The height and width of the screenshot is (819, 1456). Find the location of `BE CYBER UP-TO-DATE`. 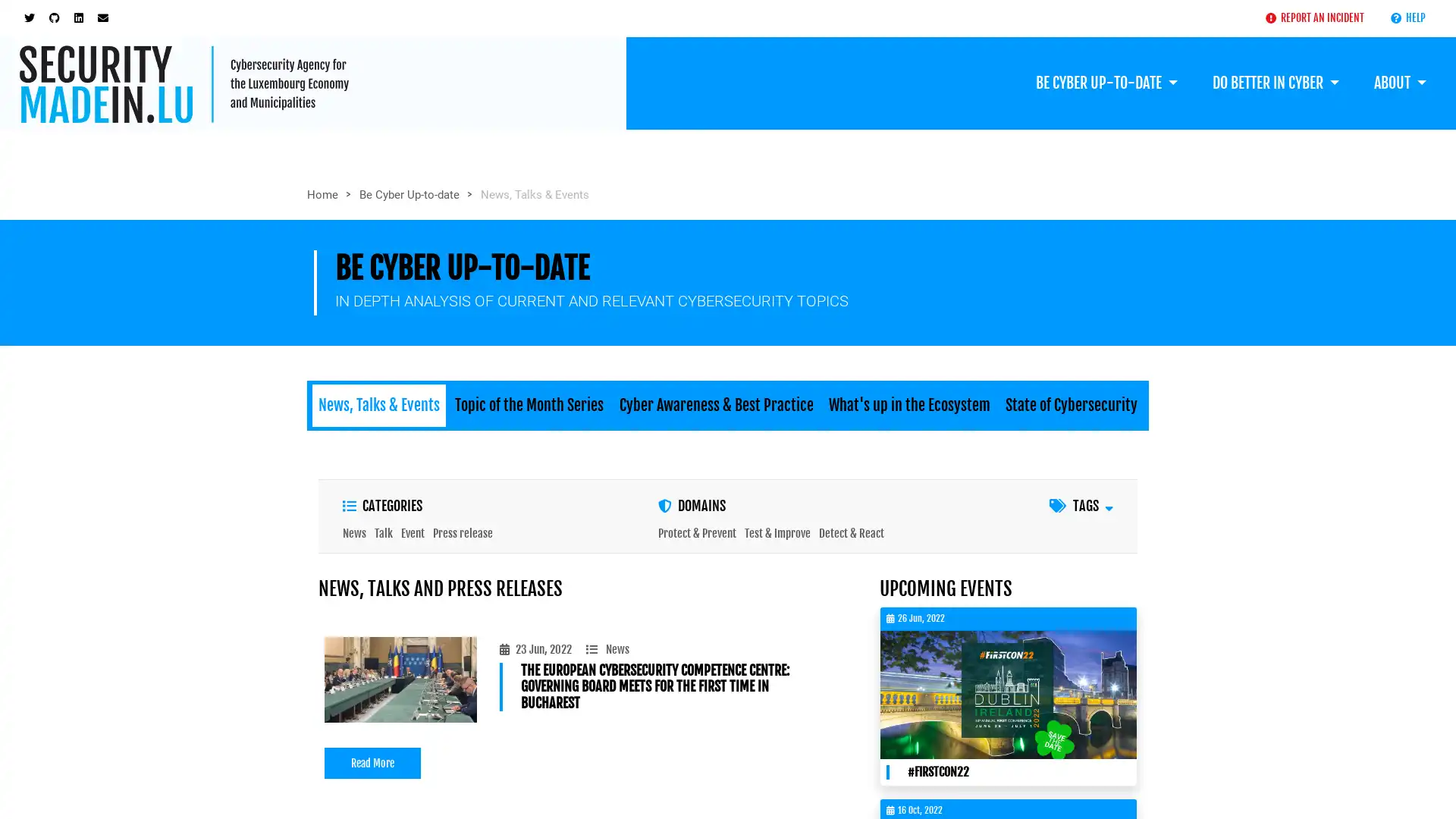

BE CYBER UP-TO-DATE is located at coordinates (1106, 82).